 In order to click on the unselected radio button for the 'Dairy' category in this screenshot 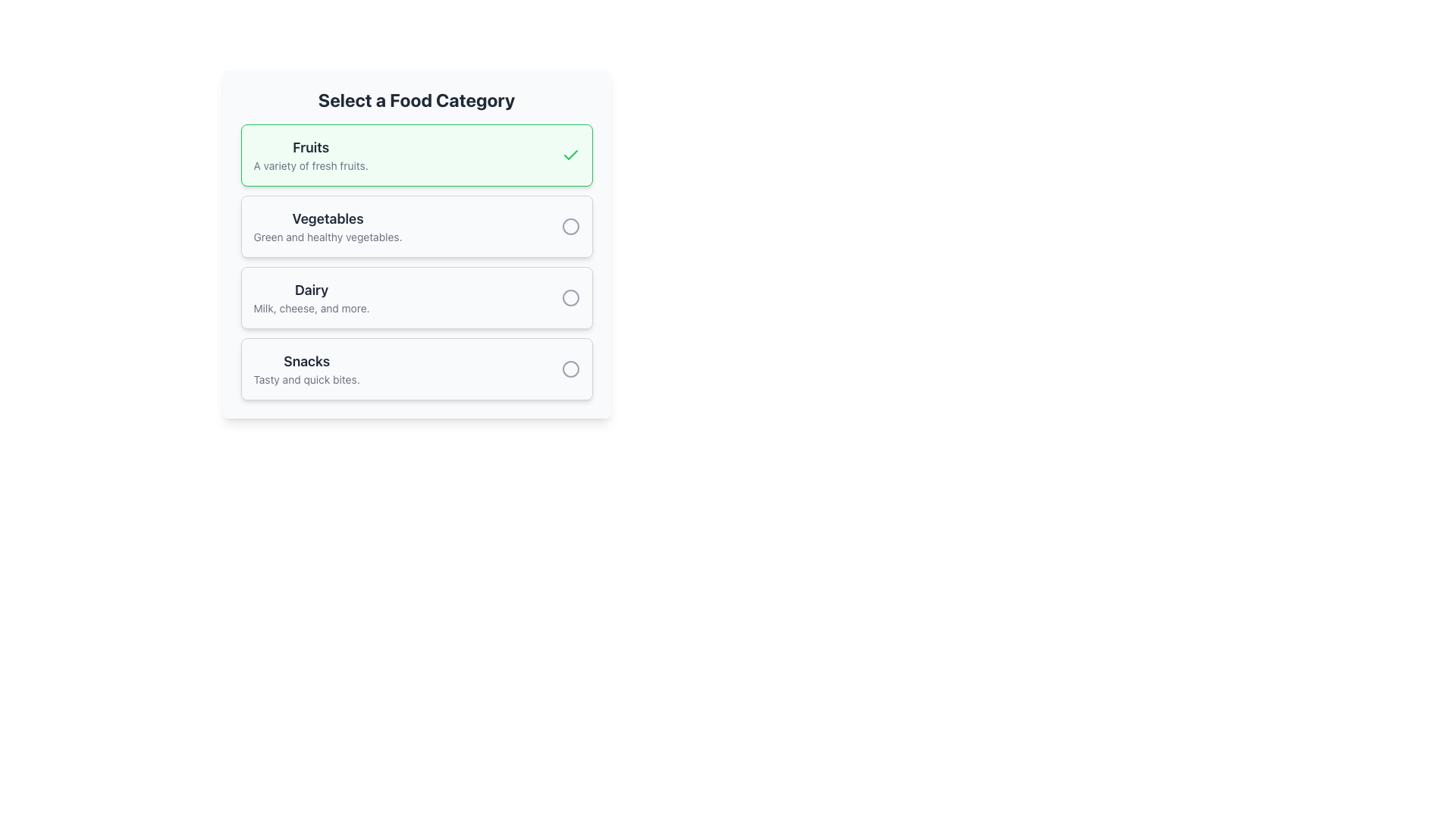, I will do `click(570, 298)`.